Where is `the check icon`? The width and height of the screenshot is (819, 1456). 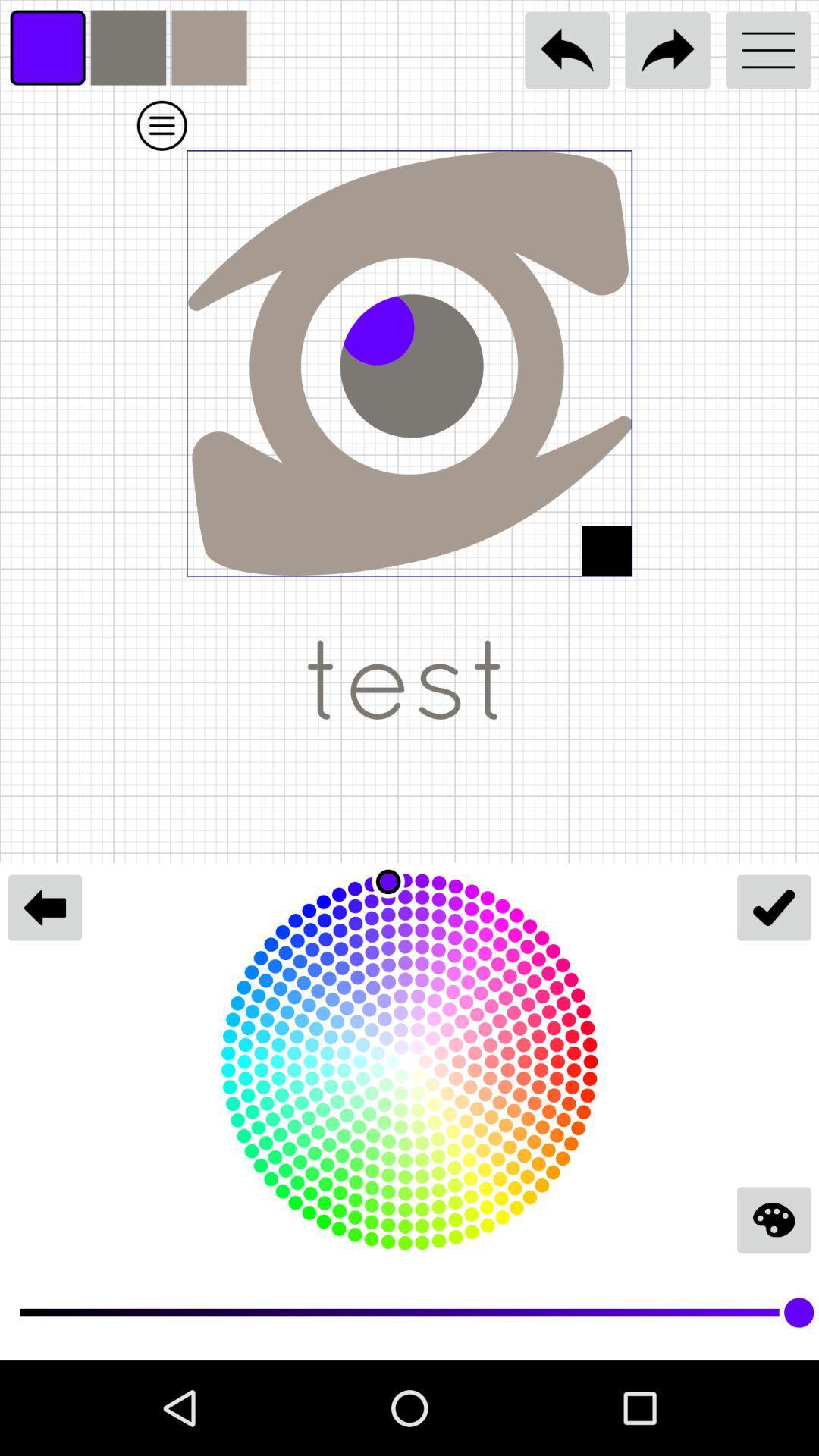 the check icon is located at coordinates (773, 907).